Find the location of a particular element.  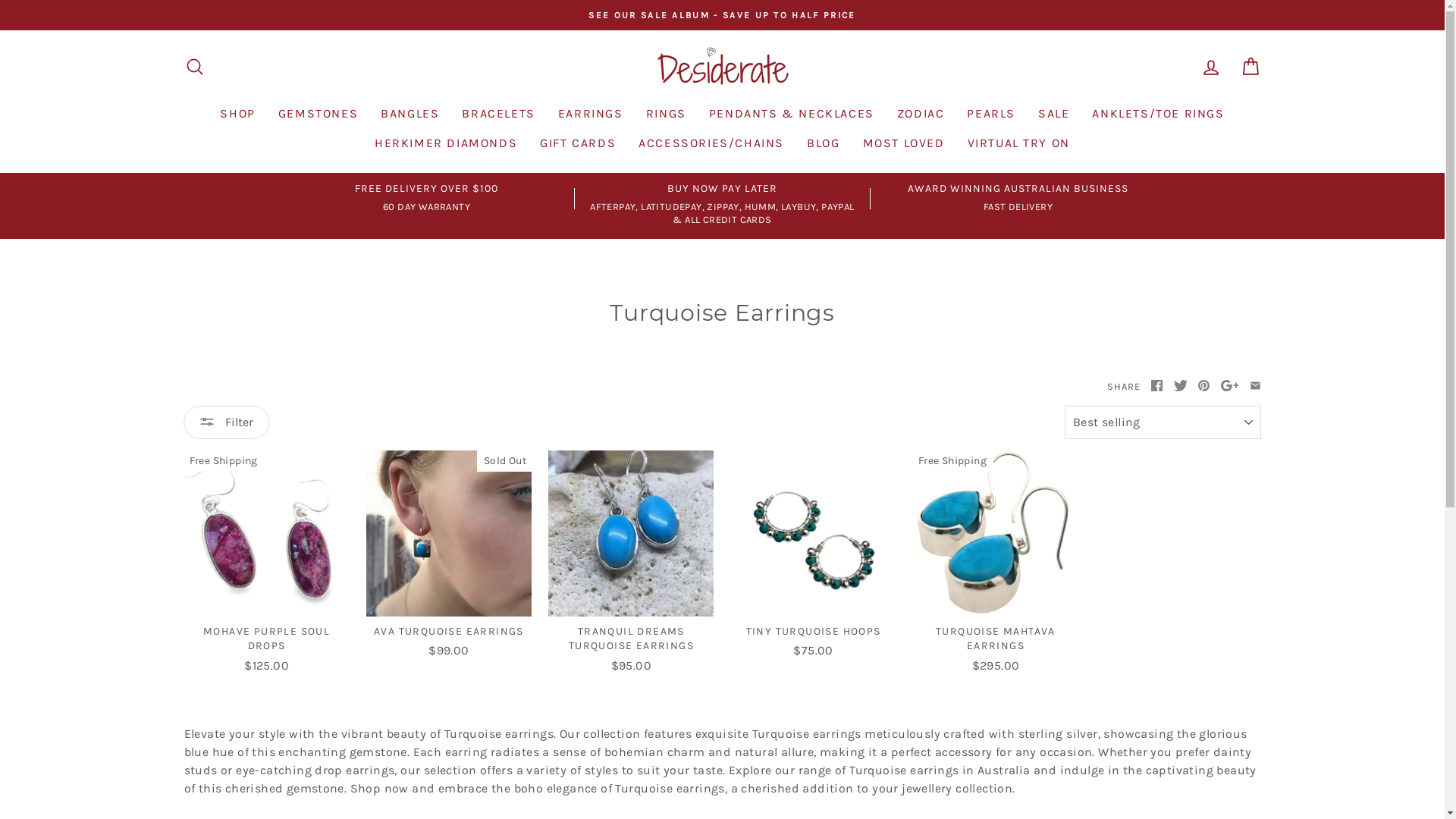

'SEARCH' is located at coordinates (174, 65).